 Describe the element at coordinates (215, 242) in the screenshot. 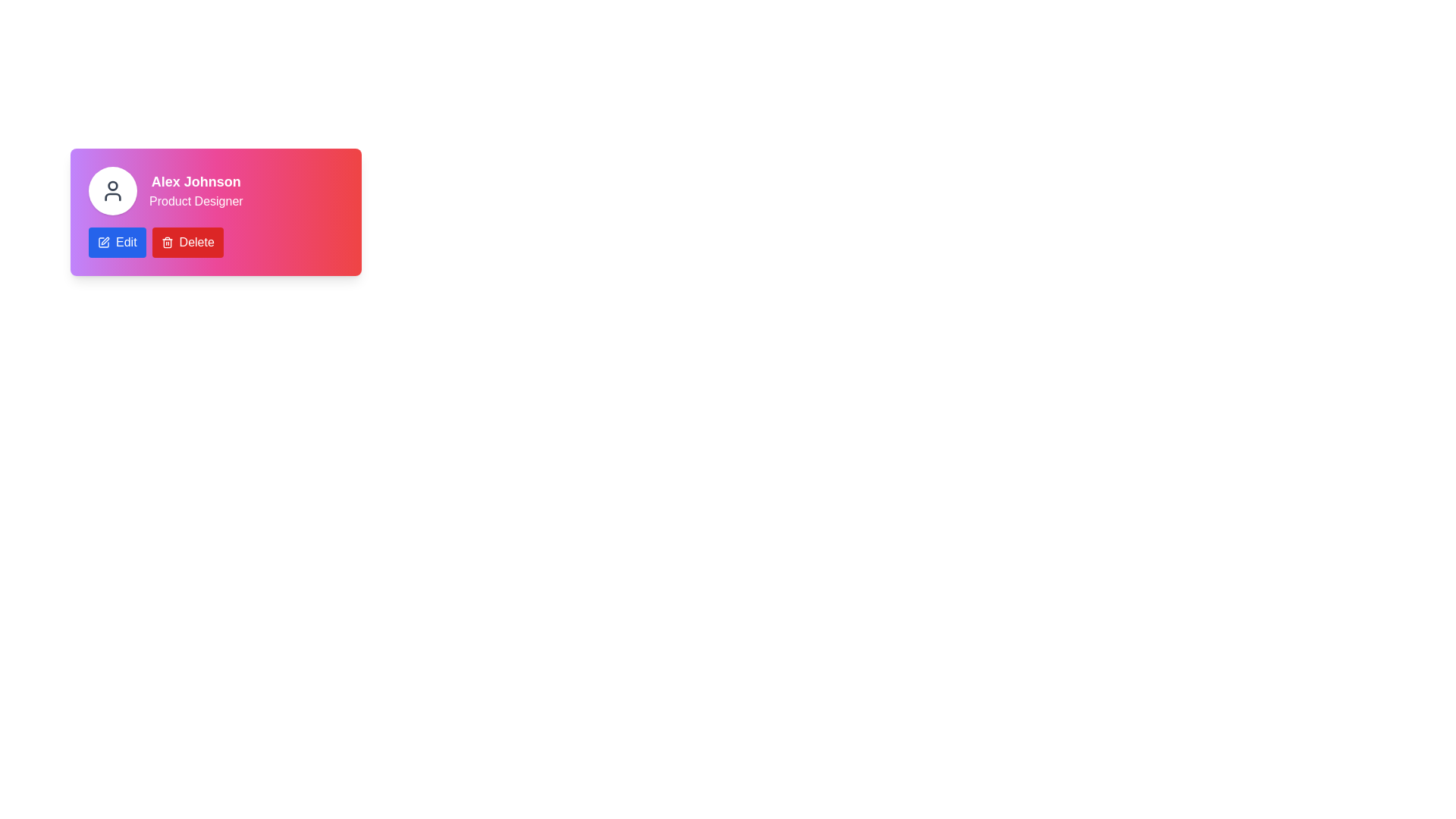

I see `the 'Delete' button in the button group below 'Alex Johnson, Product Designer'` at that location.